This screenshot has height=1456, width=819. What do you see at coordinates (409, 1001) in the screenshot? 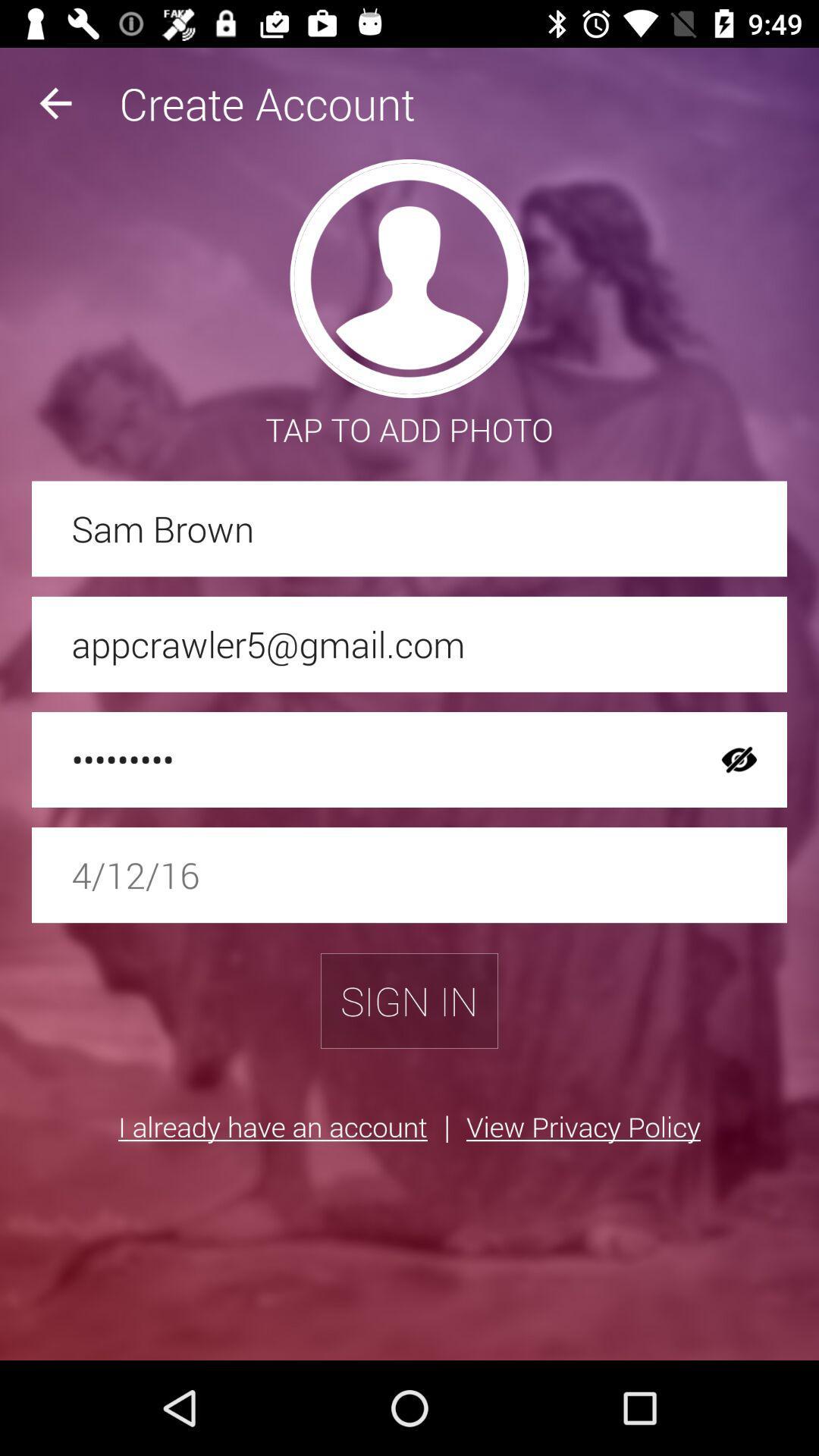
I see `the sign in icon` at bounding box center [409, 1001].